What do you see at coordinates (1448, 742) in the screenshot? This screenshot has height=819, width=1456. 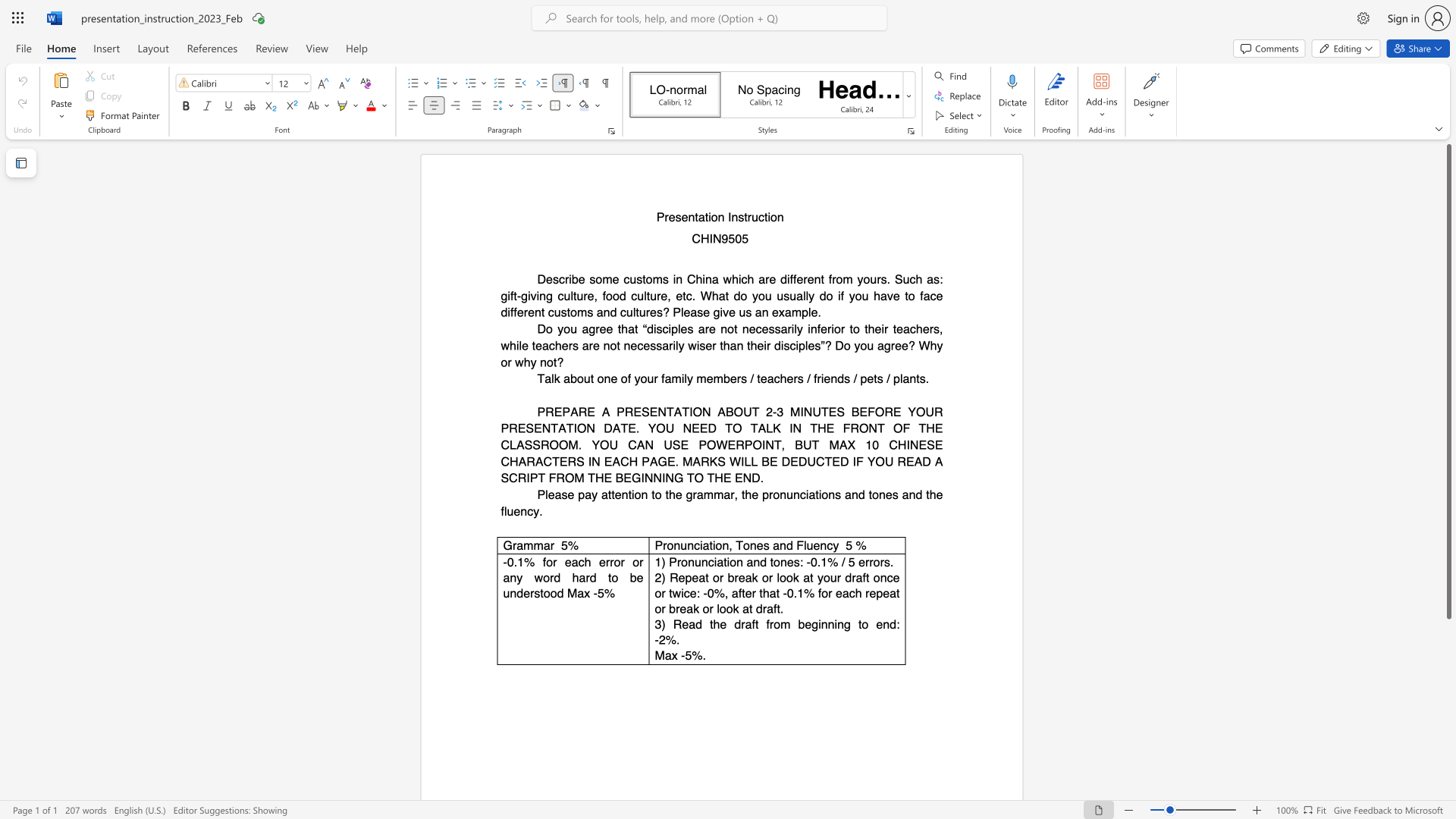 I see `the scrollbar on the right side to scroll the page down` at bounding box center [1448, 742].